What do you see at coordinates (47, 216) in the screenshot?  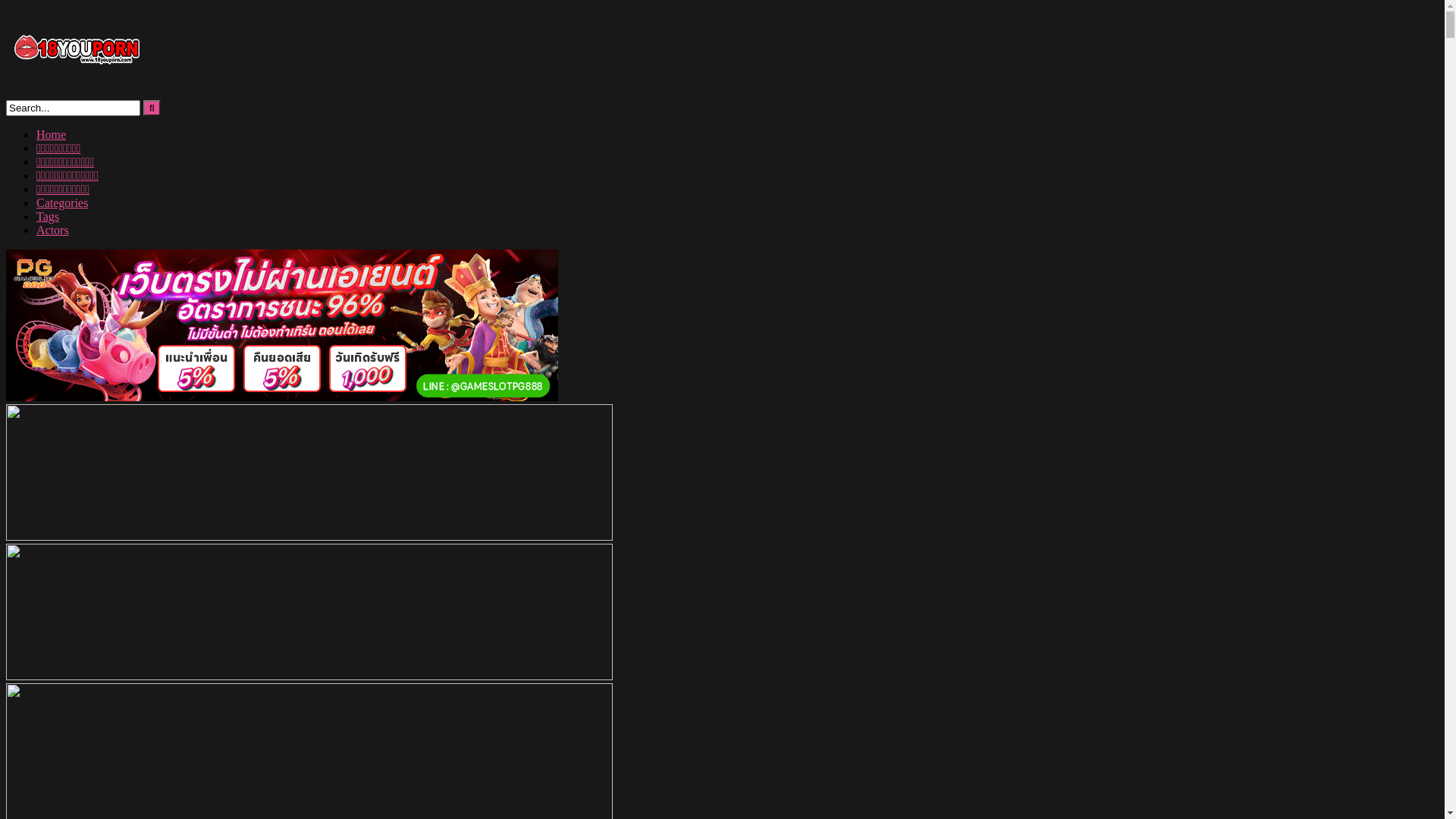 I see `'Tags'` at bounding box center [47, 216].